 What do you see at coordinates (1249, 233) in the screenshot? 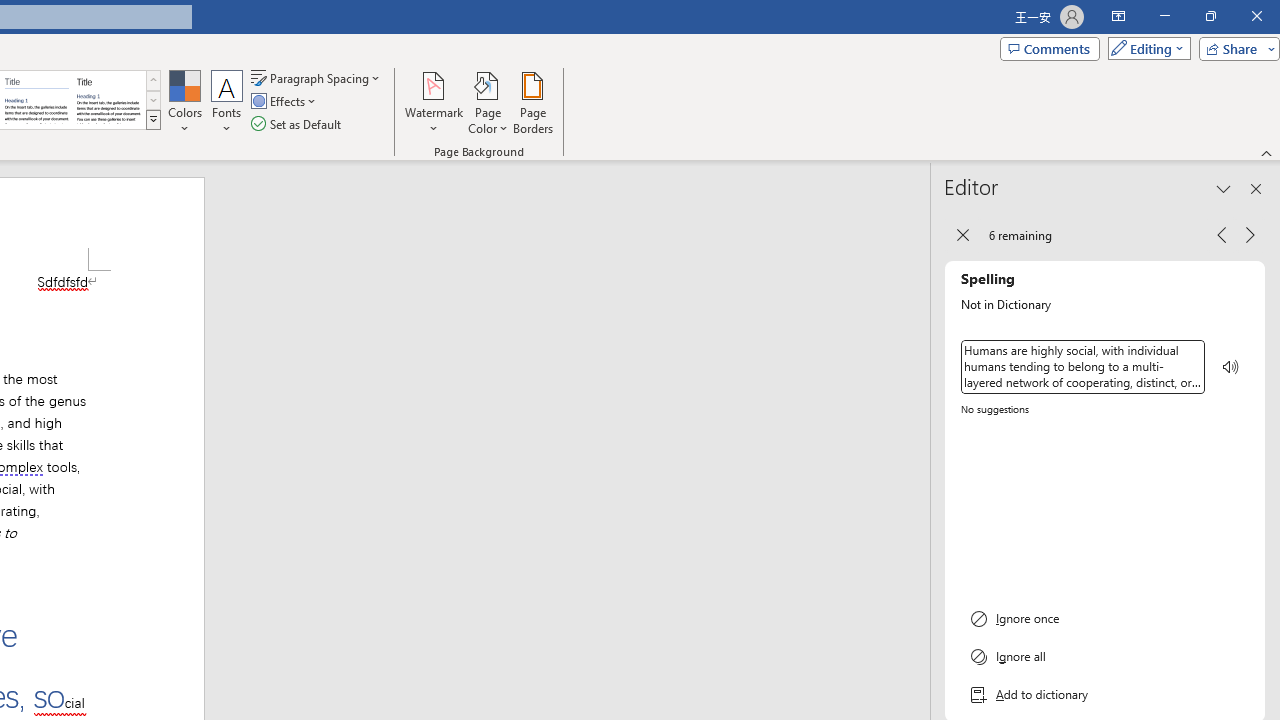
I see `'Next Issue, 6 remaining'` at bounding box center [1249, 233].